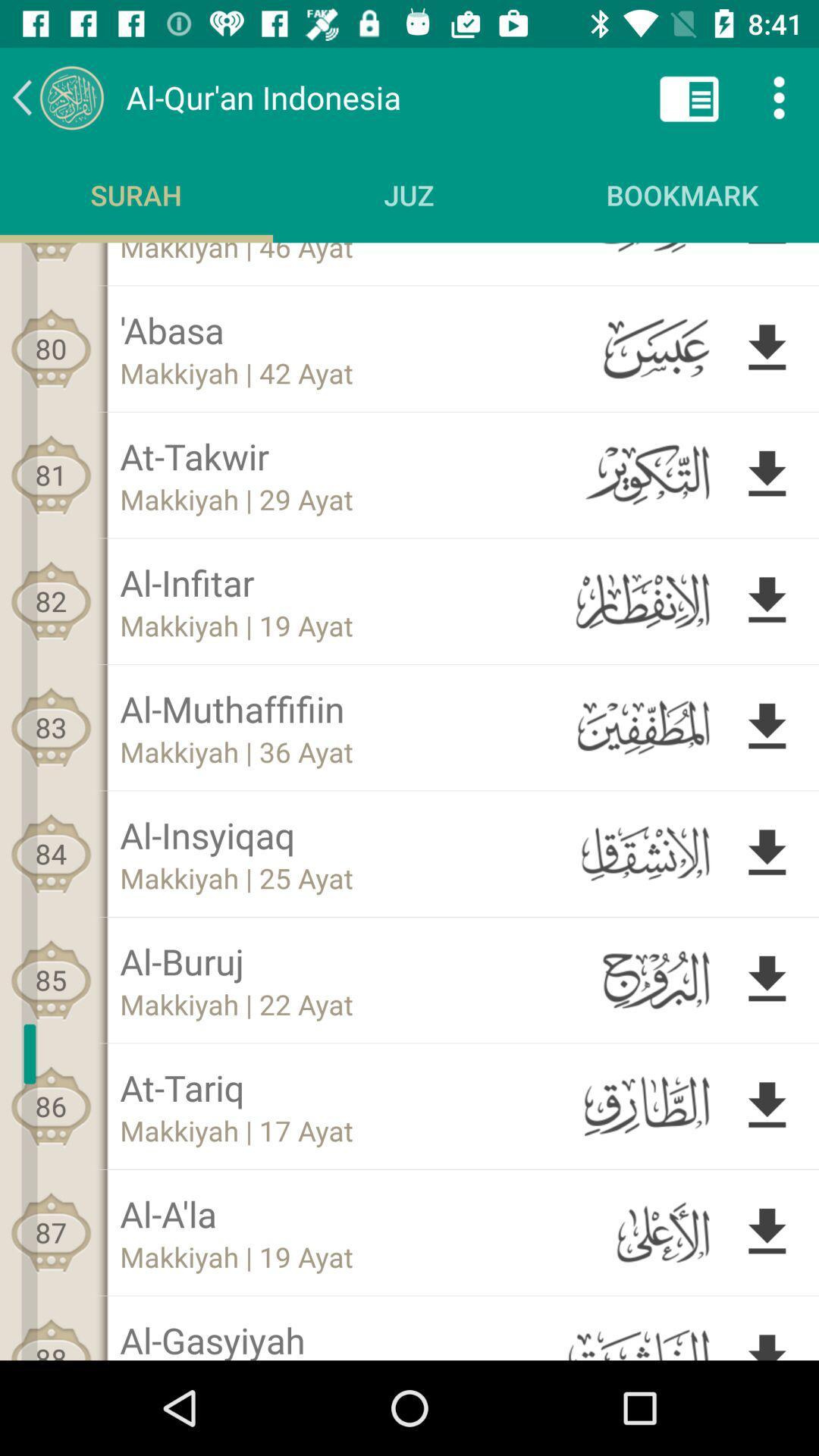  I want to click on the arrow_backward icon, so click(57, 96).